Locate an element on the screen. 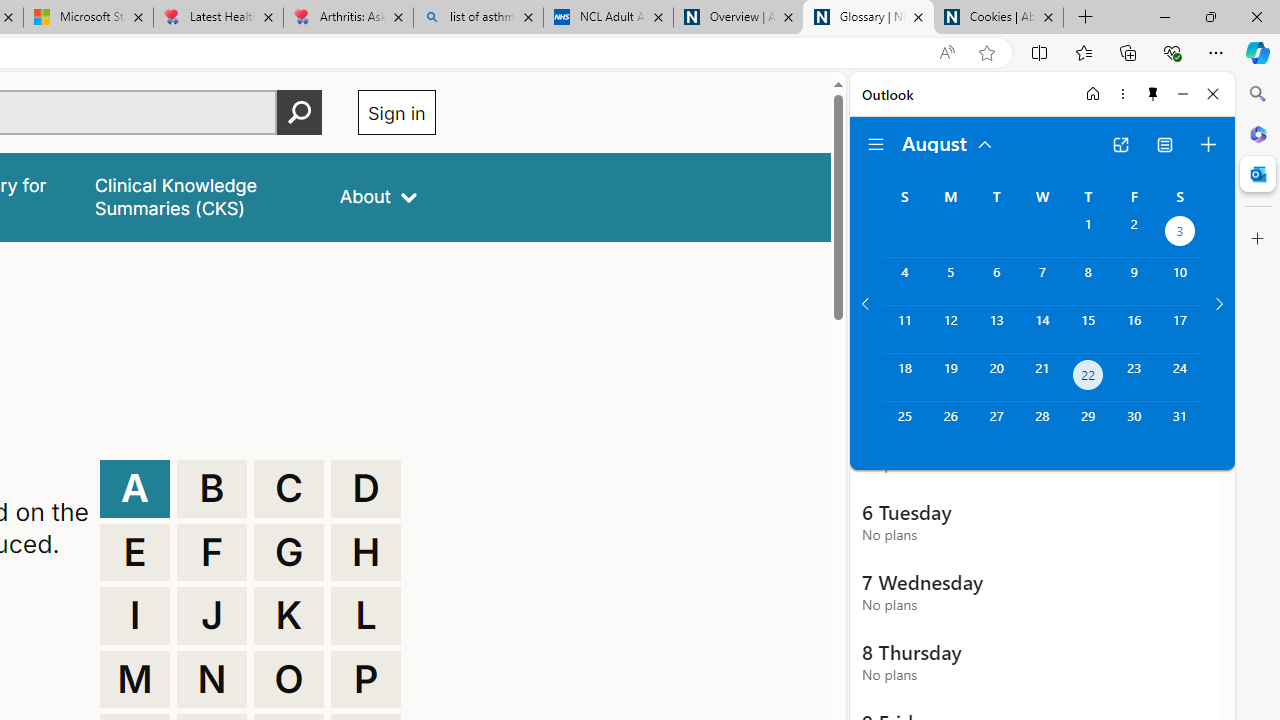  'Tuesday, August 6, 2024. ' is located at coordinates (996, 281).